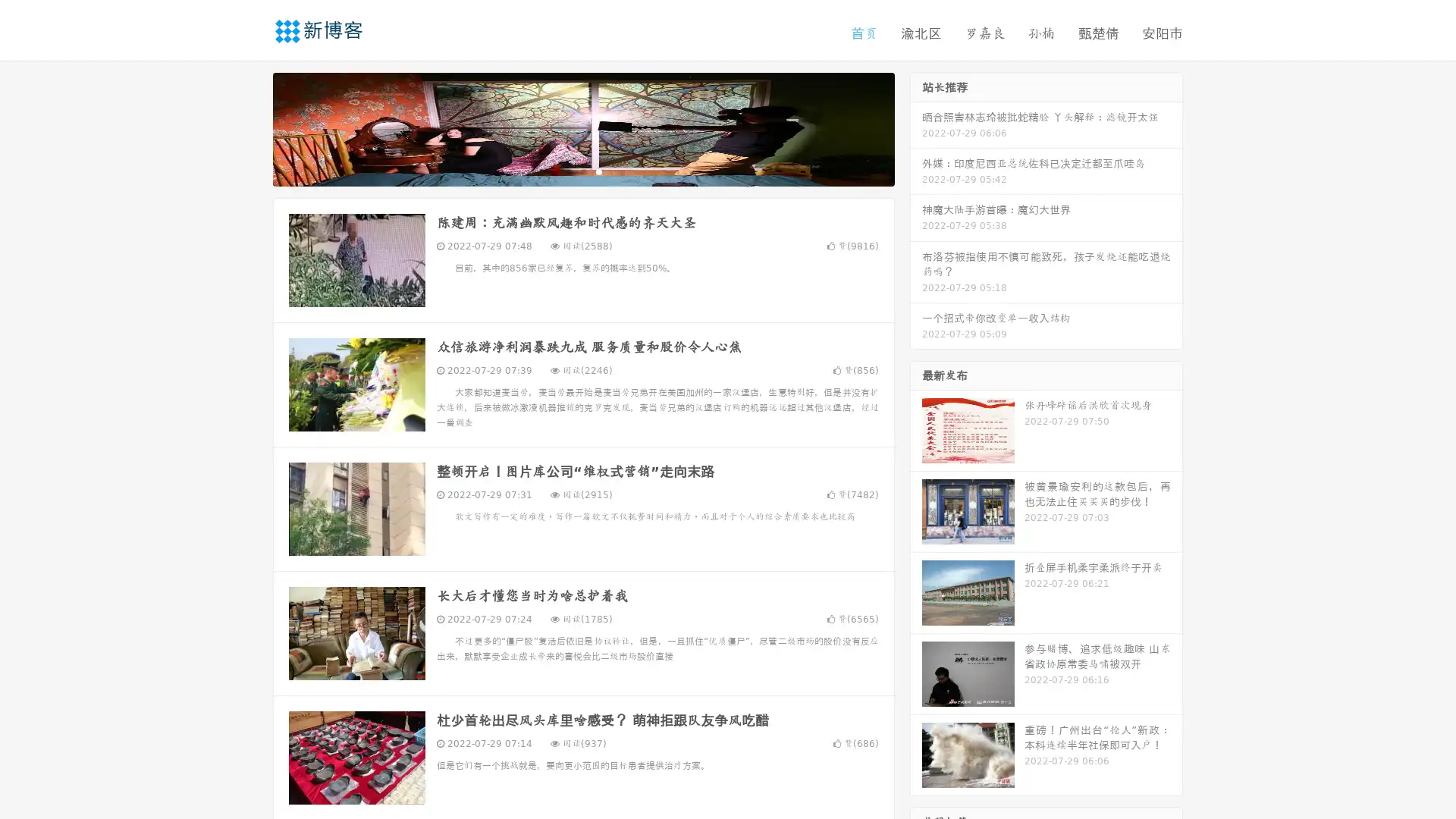  What do you see at coordinates (582, 171) in the screenshot?
I see `Go to slide 2` at bounding box center [582, 171].